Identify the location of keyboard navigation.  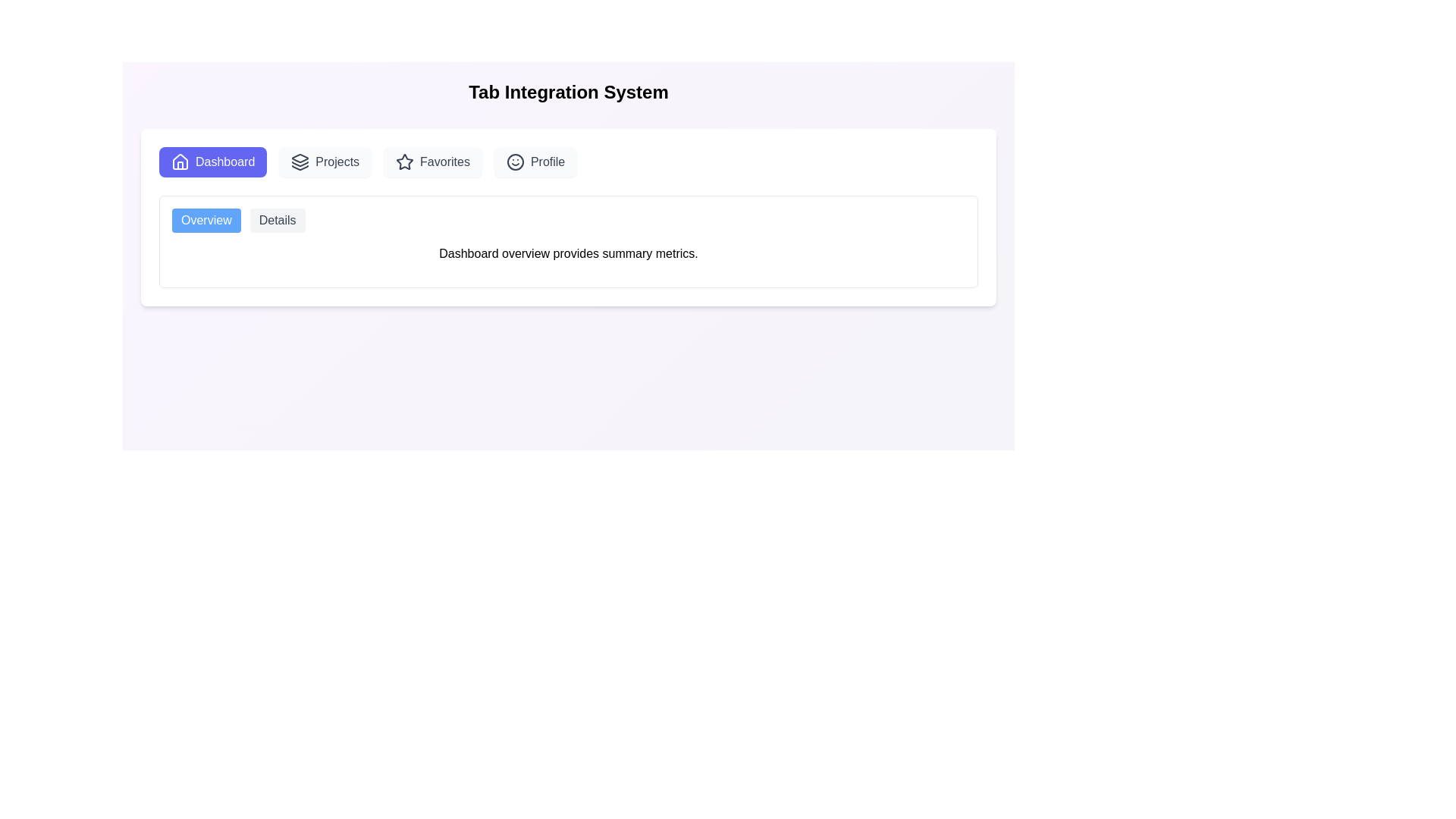
(535, 162).